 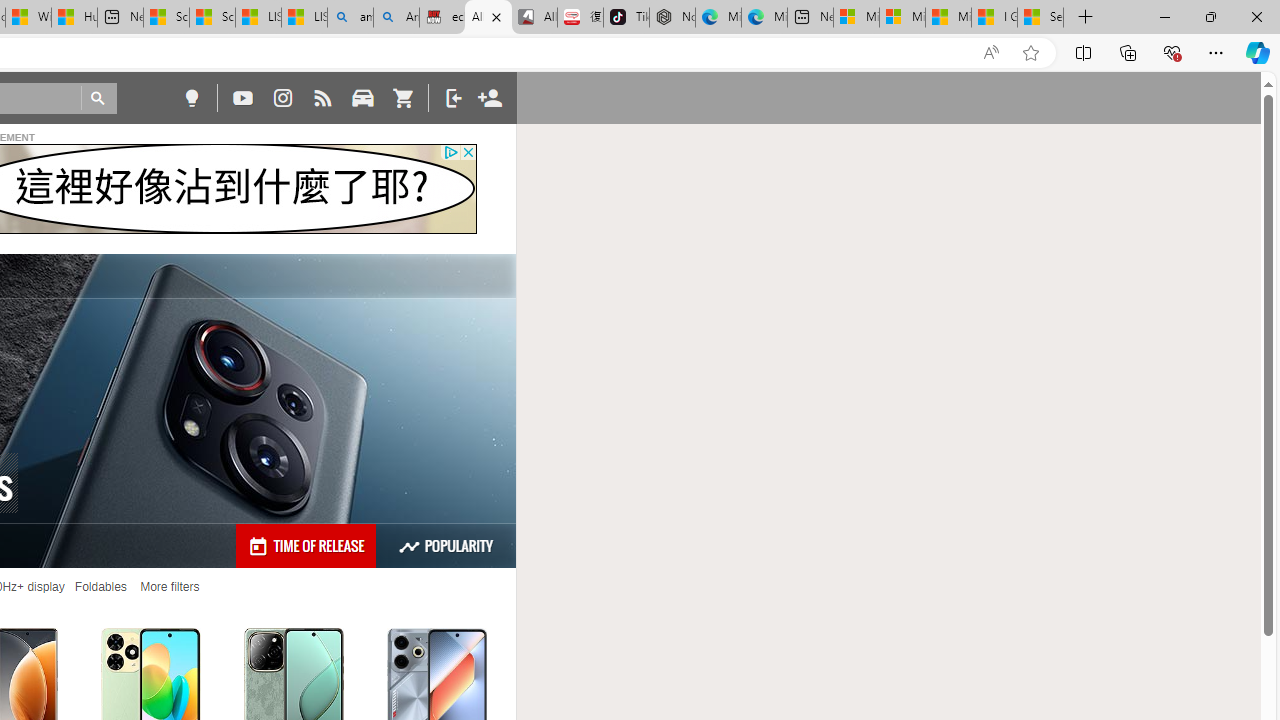 What do you see at coordinates (994, 17) in the screenshot?
I see `'I Gained 20 Pounds of Muscle in 30 Days! | Watch'` at bounding box center [994, 17].